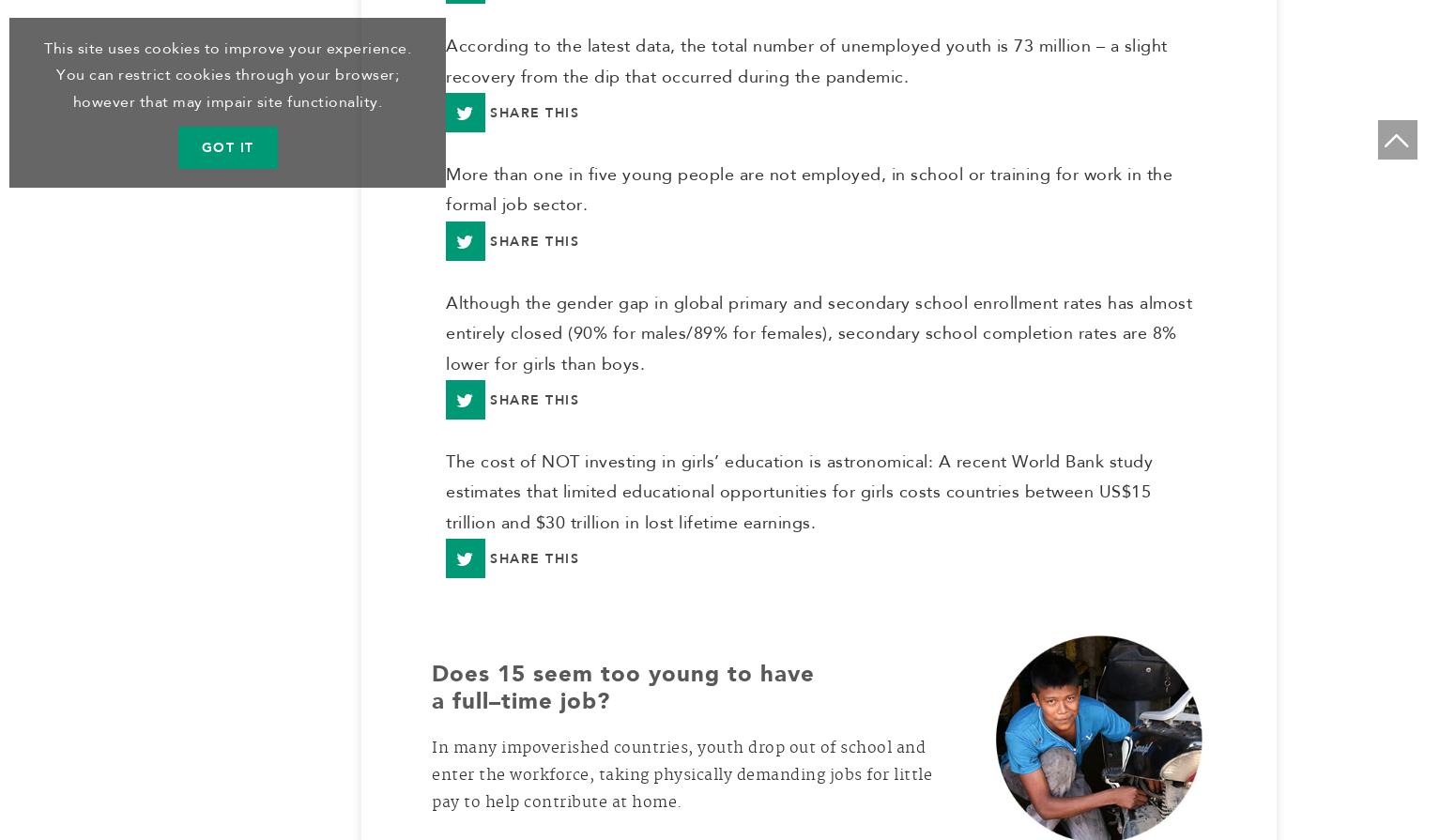  What do you see at coordinates (227, 75) in the screenshot?
I see `'This site uses cookies to improve your experience. You can restrict cookies through your browser; however that may impair site functionality.'` at bounding box center [227, 75].